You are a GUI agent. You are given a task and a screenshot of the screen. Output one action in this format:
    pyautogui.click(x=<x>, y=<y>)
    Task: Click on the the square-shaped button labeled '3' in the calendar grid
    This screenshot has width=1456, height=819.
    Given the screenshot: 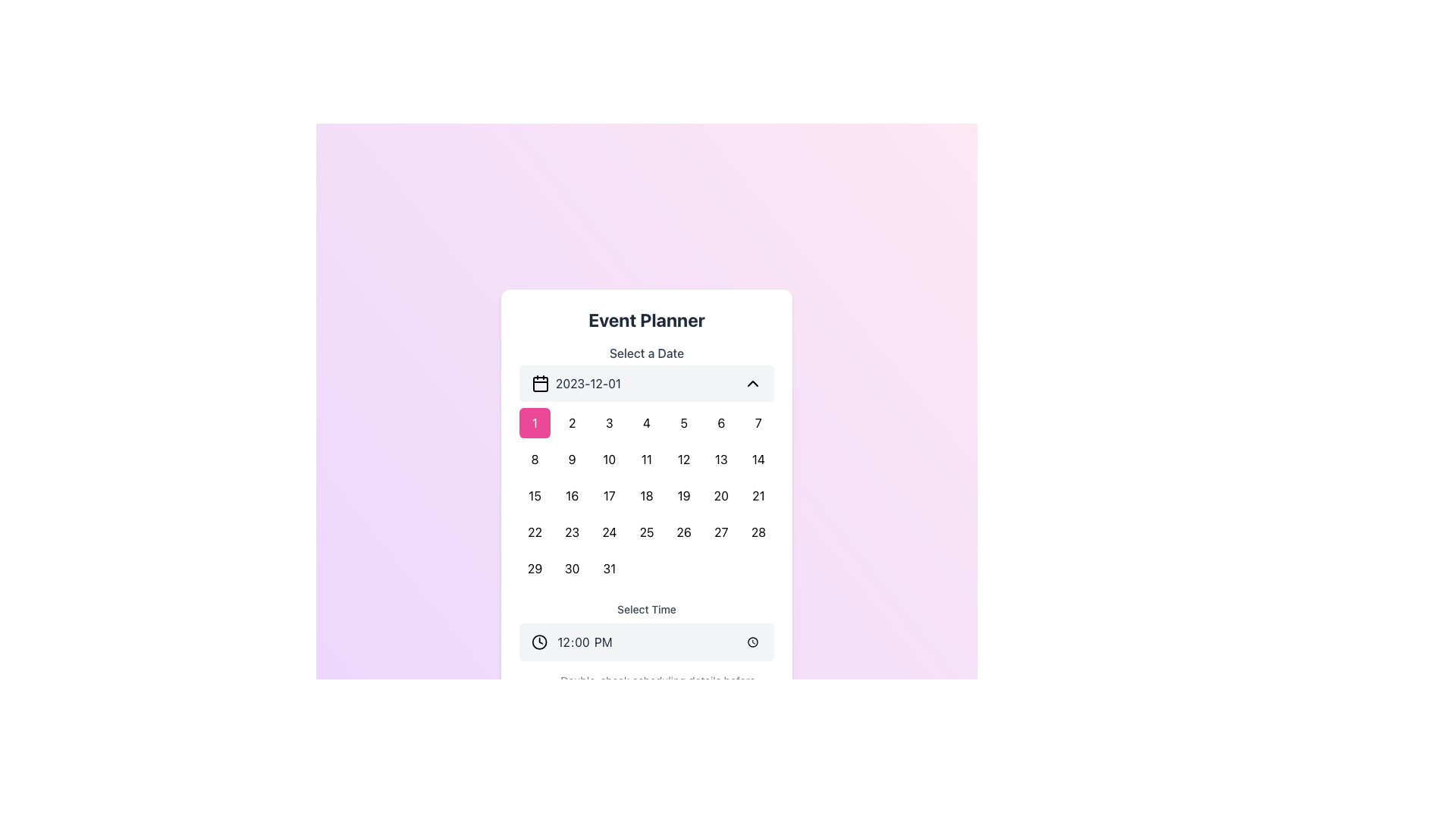 What is the action you would take?
    pyautogui.click(x=609, y=423)
    